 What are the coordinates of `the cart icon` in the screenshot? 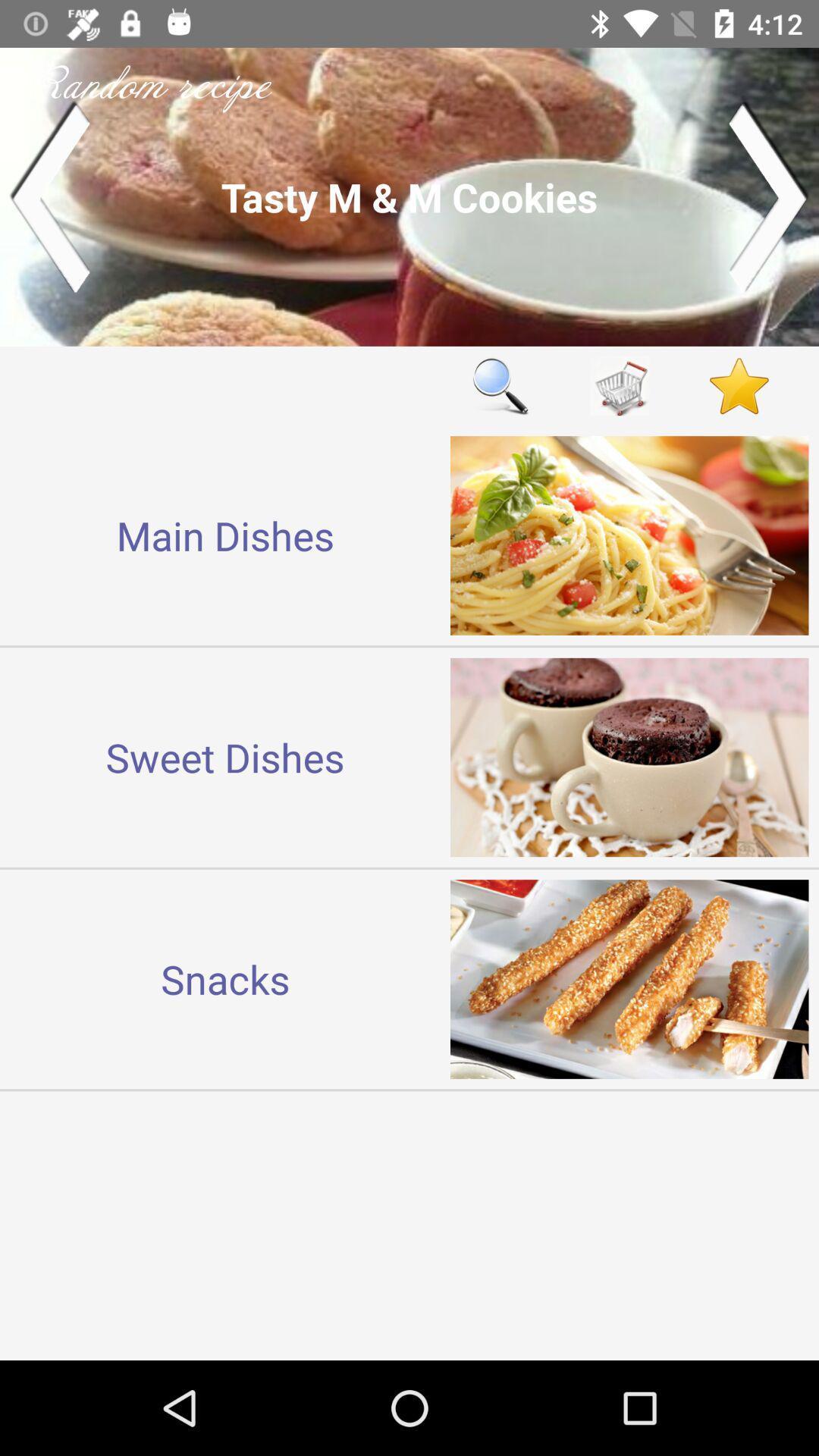 It's located at (620, 386).